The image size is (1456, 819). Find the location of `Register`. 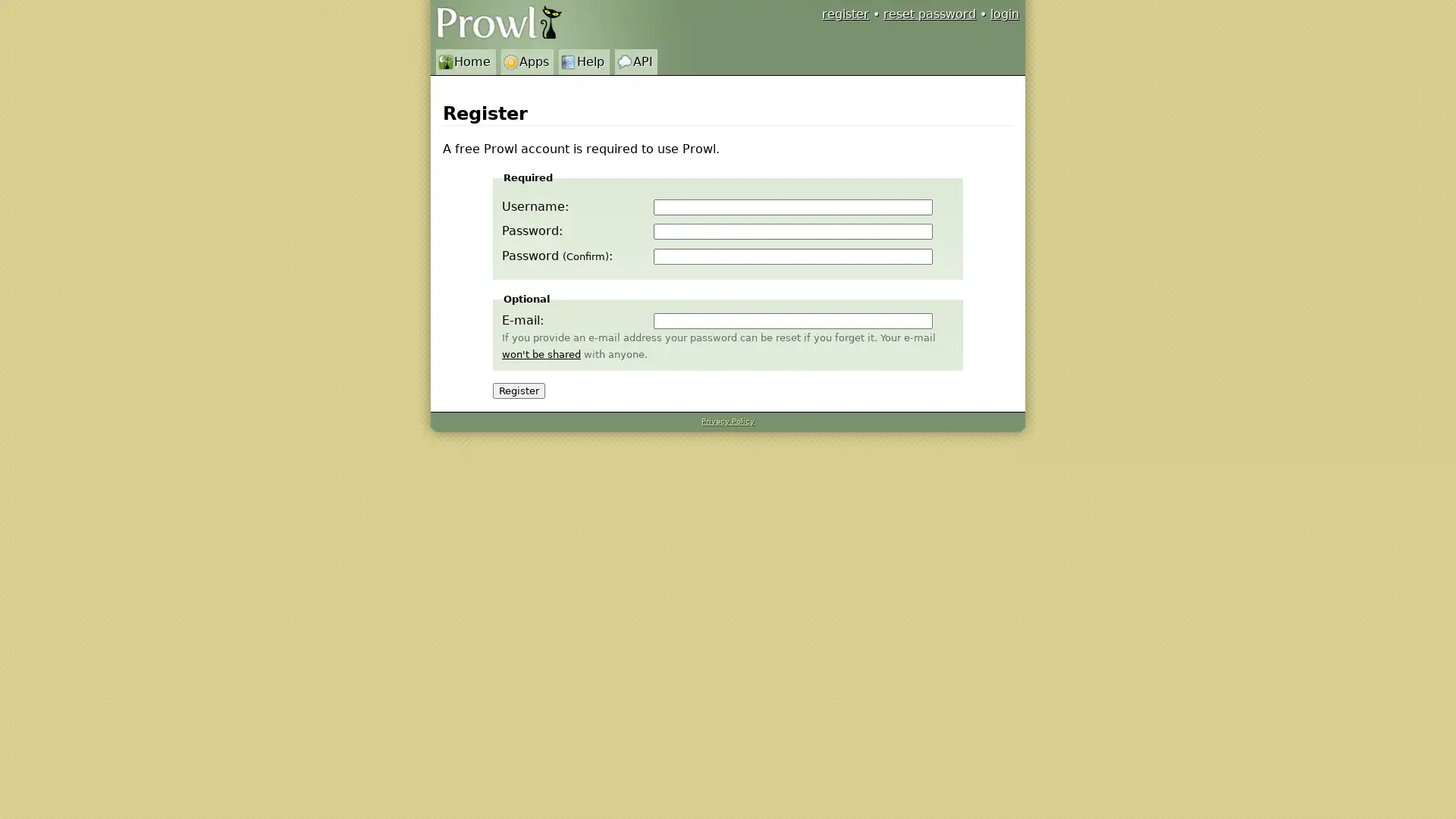

Register is located at coordinates (519, 390).